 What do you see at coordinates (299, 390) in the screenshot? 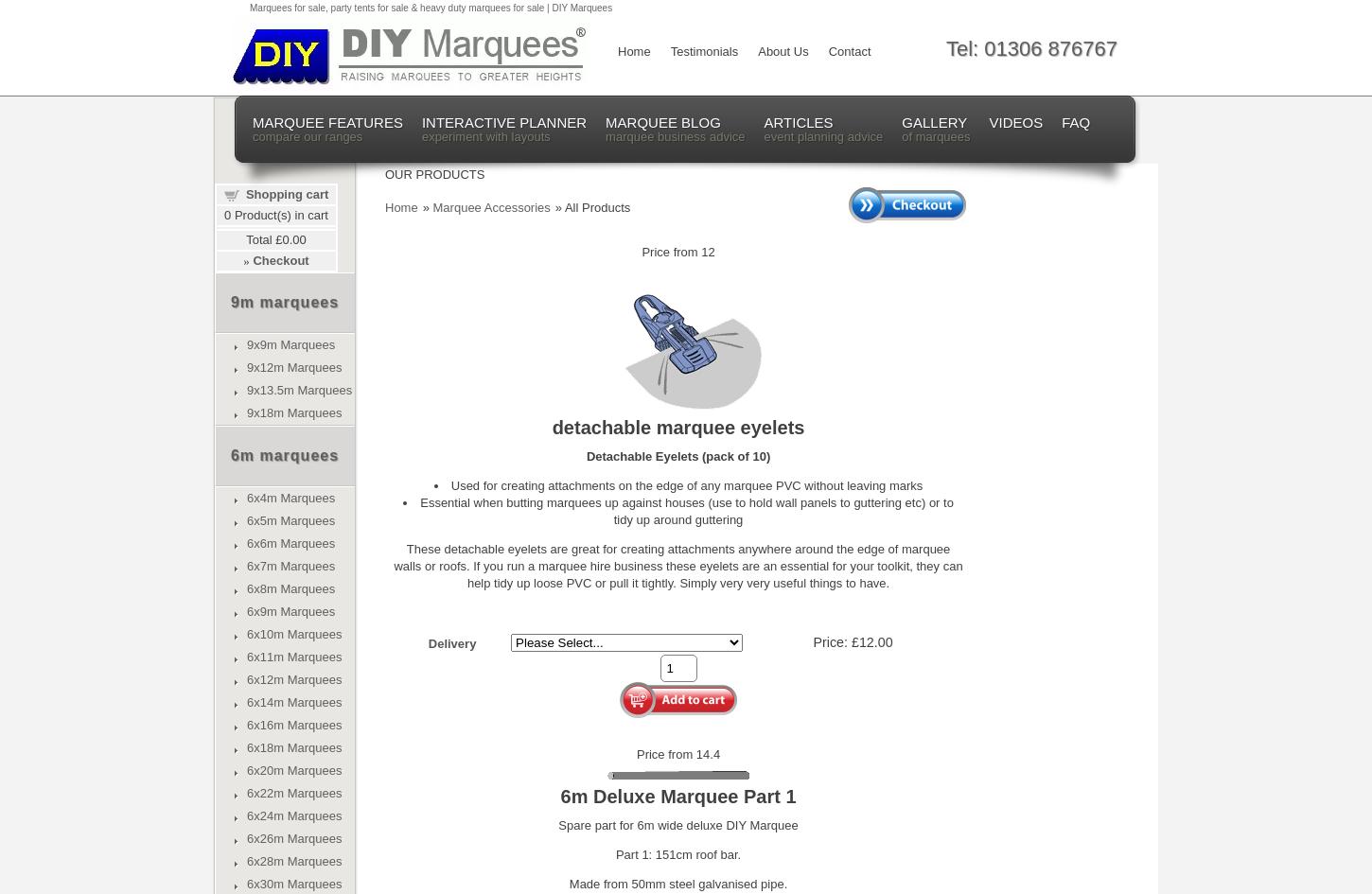
I see `'9x13.5m Marquees'` at bounding box center [299, 390].